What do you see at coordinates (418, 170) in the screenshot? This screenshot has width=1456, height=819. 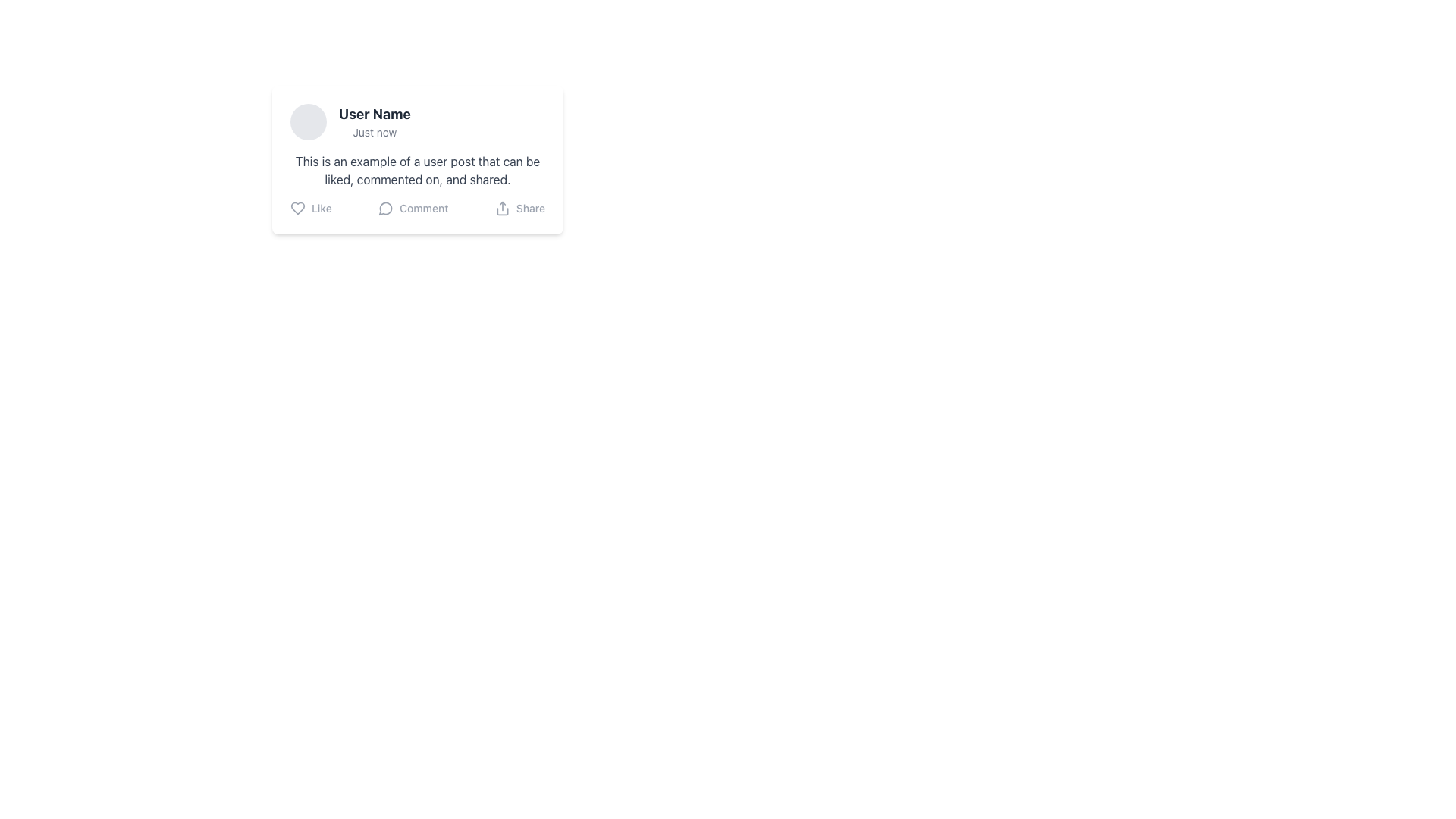 I see `the text block that reads 'This is an example of a user post that can be liked, commented on, and shared.' to focus on the post` at bounding box center [418, 170].